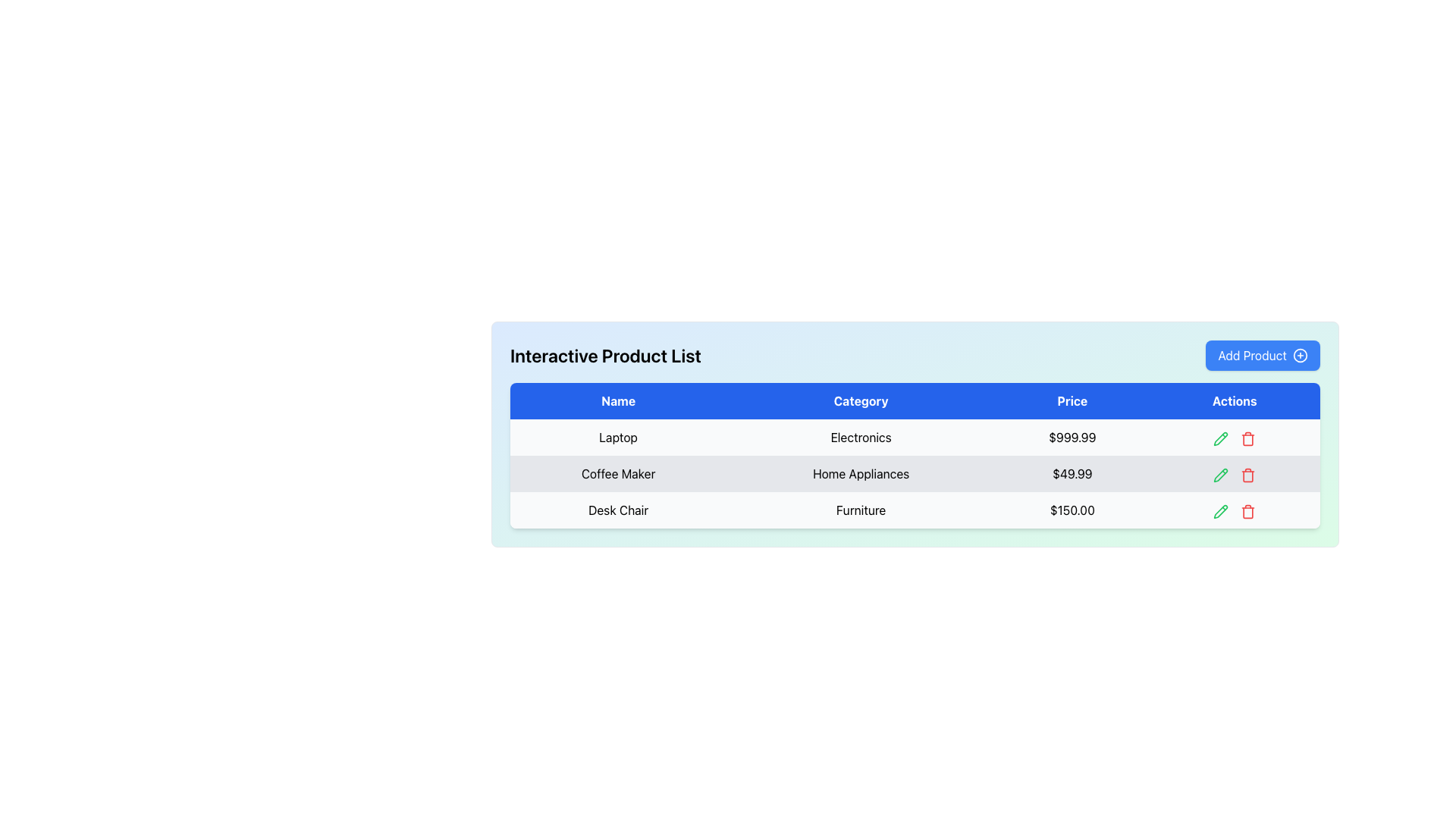 The width and height of the screenshot is (1456, 819). Describe the element at coordinates (1248, 510) in the screenshot. I see `the interactive red trash can icon in the 'Actions' column of the last row` at that location.